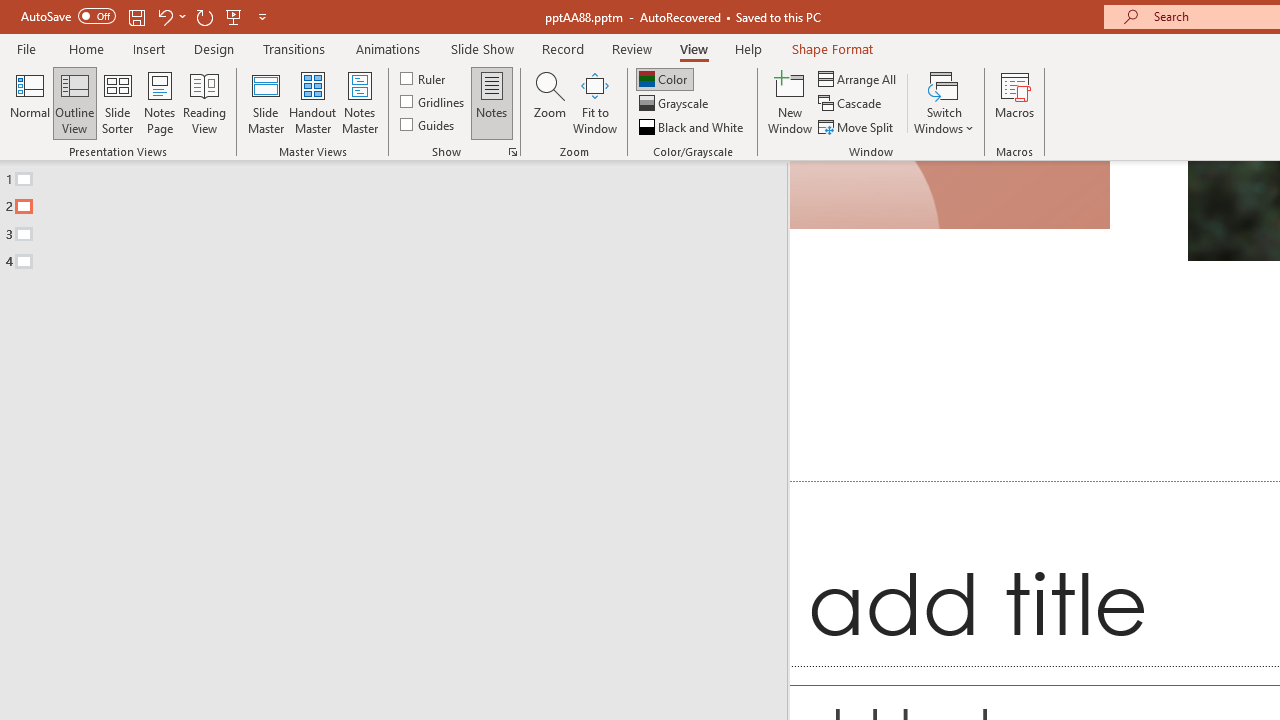 This screenshot has height=720, width=1280. Describe the element at coordinates (74, 103) in the screenshot. I see `'Outline View'` at that location.